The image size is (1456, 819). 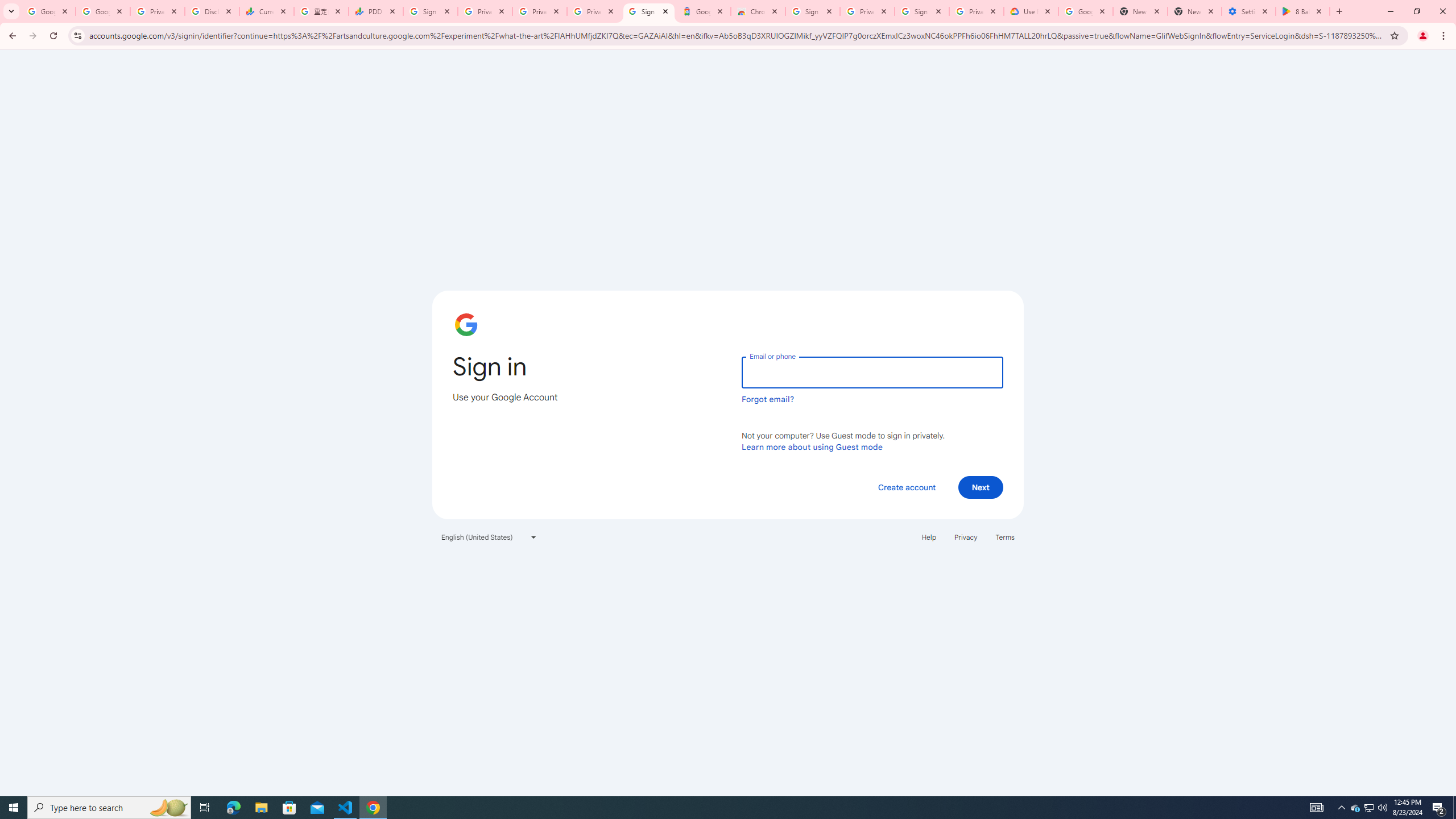 I want to click on '8 Ball Pool - Apps on Google Play', so click(x=1302, y=11).